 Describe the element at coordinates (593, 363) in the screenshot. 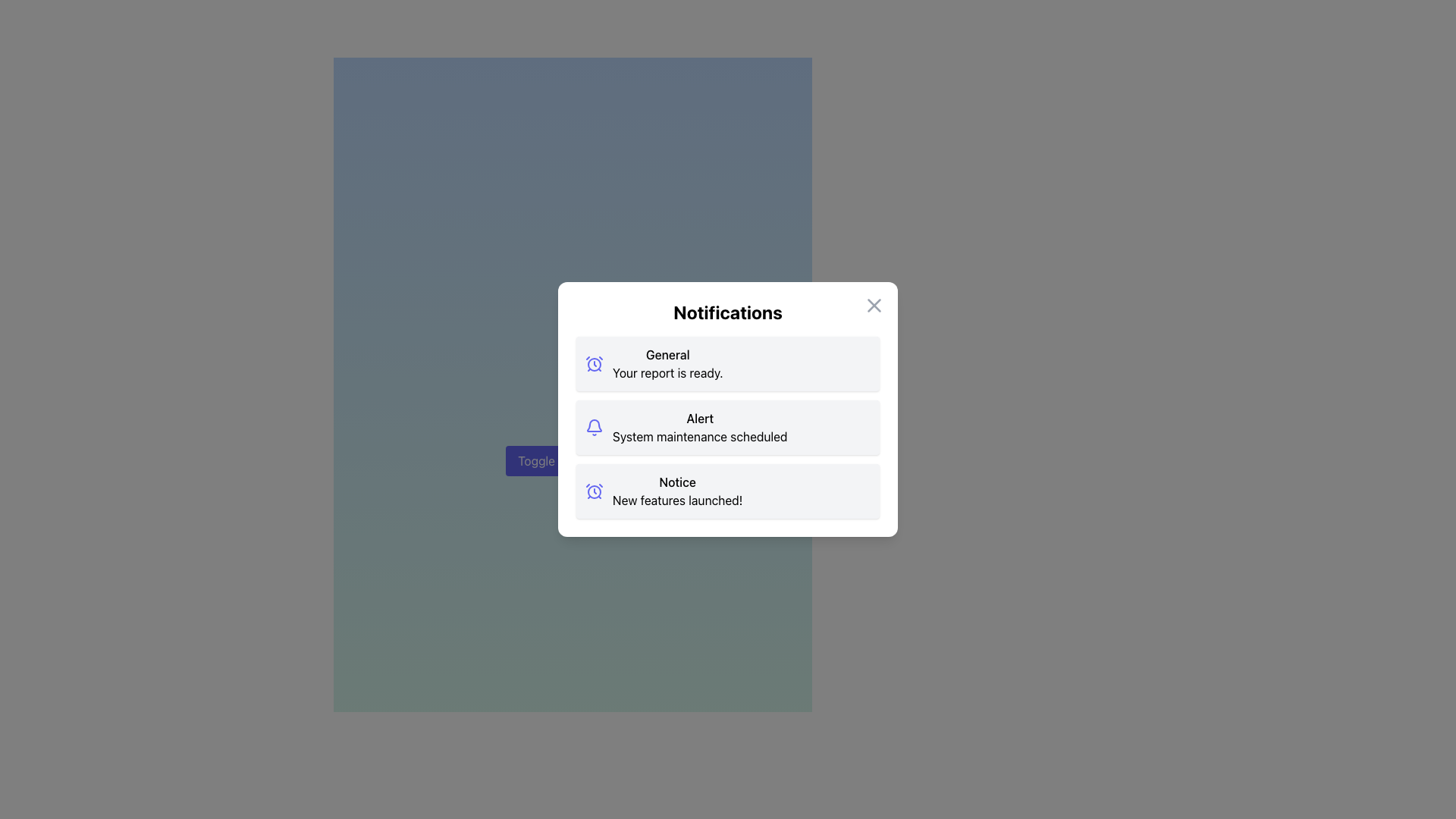

I see `the notification icon associated with the text 'General' and 'Your report is ready.' positioned at the top-left of the notification card` at that location.